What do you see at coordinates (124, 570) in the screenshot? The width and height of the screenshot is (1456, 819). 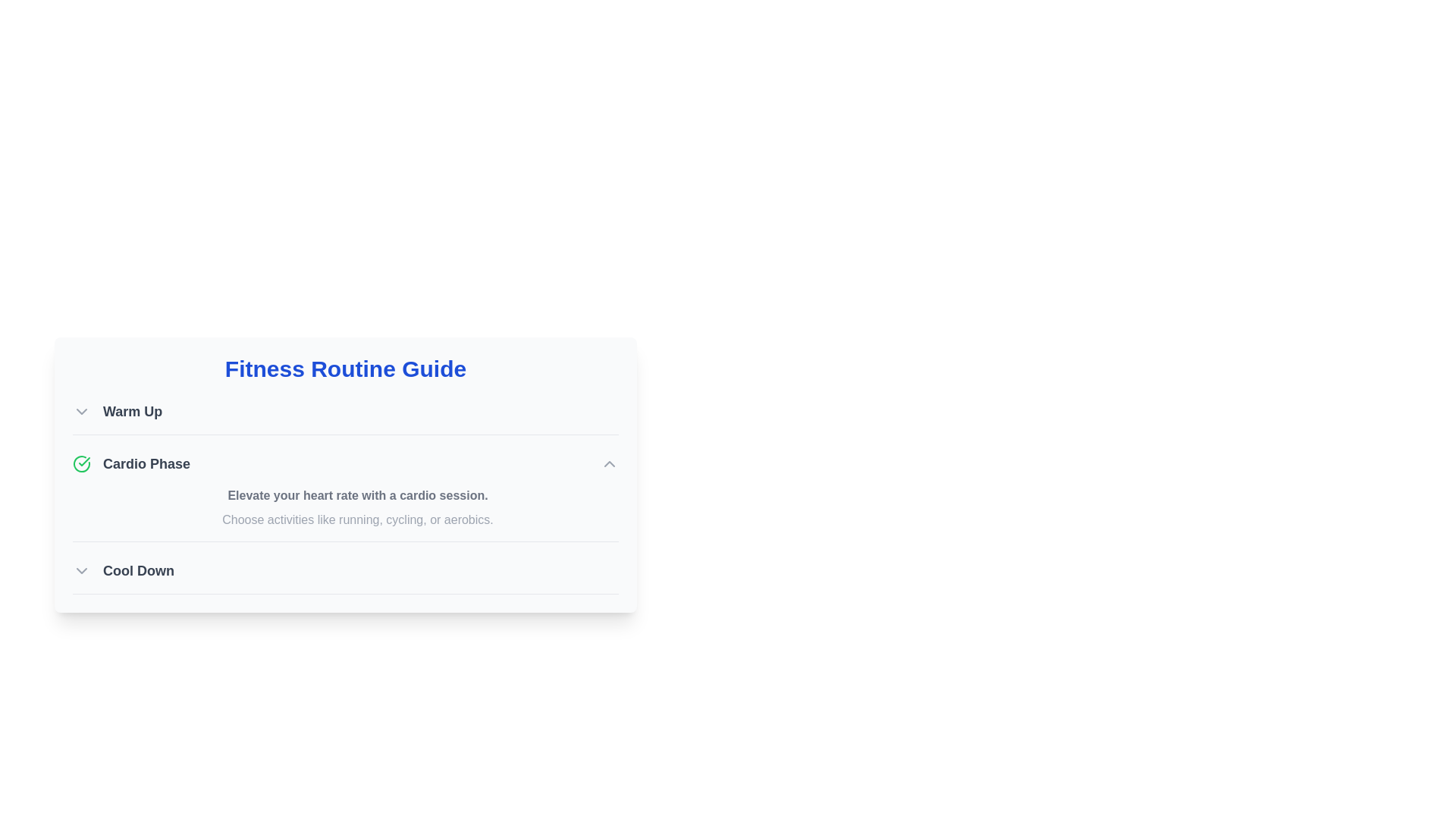 I see `the 'Cool Down' Collapsible Section Header, which is styled in bold dark gray and features a downward chevron icon` at bounding box center [124, 570].